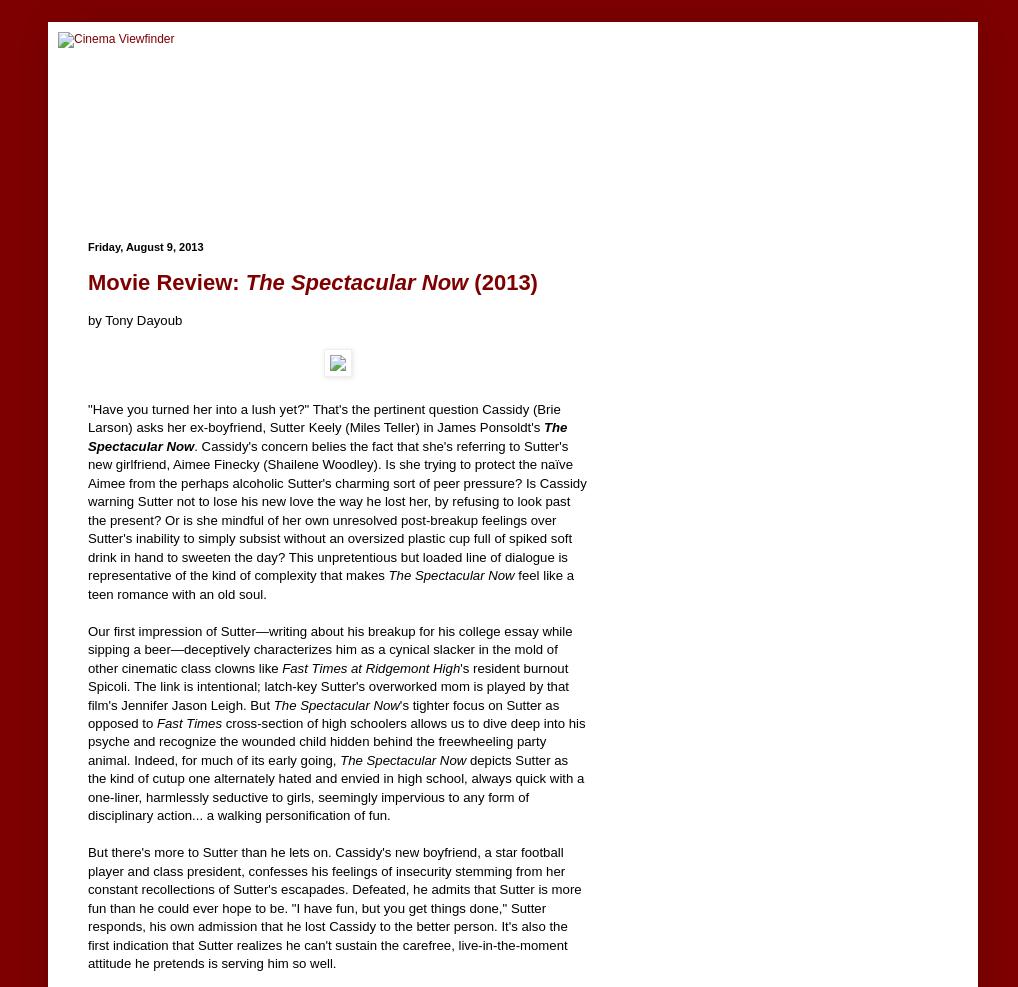 The image size is (1018, 987). I want to click on ''s tighter focus on Sutter as opposed to', so click(322, 712).